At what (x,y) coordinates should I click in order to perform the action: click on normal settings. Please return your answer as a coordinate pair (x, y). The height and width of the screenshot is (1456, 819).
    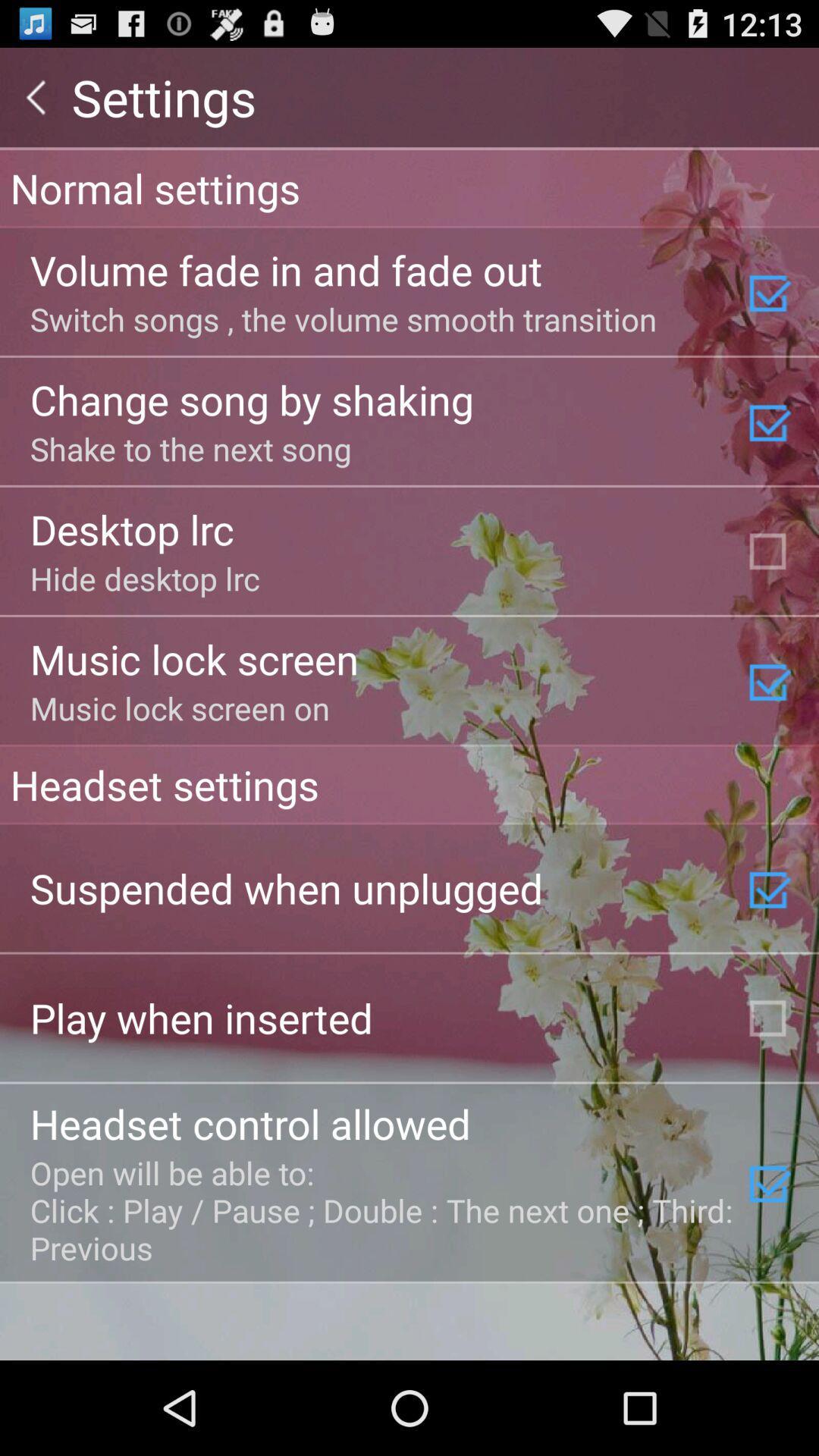
    Looking at the image, I should click on (409, 187).